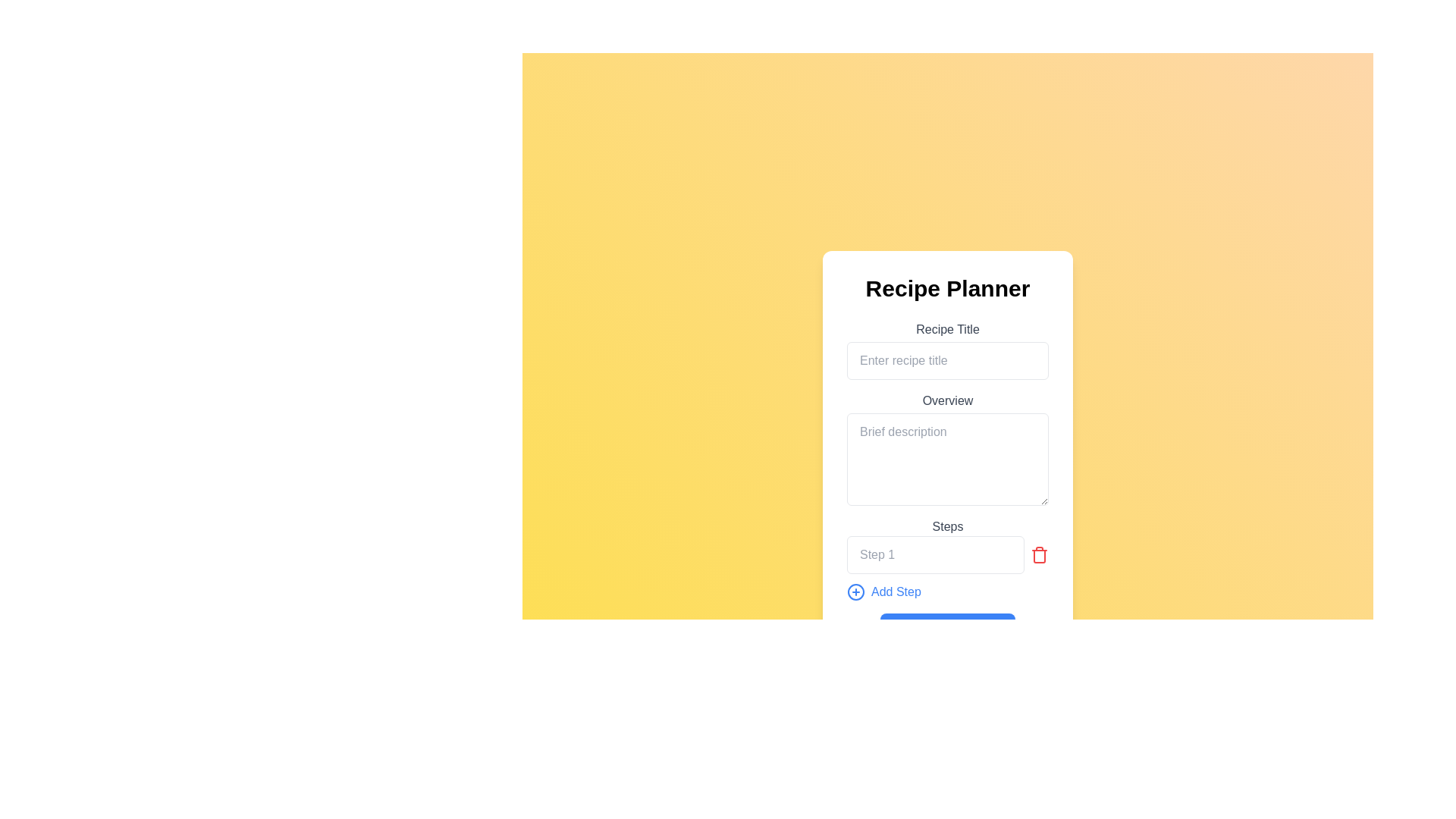  Describe the element at coordinates (946, 631) in the screenshot. I see `the blue rectangular 'Save Recipe' button with rounded corners` at that location.